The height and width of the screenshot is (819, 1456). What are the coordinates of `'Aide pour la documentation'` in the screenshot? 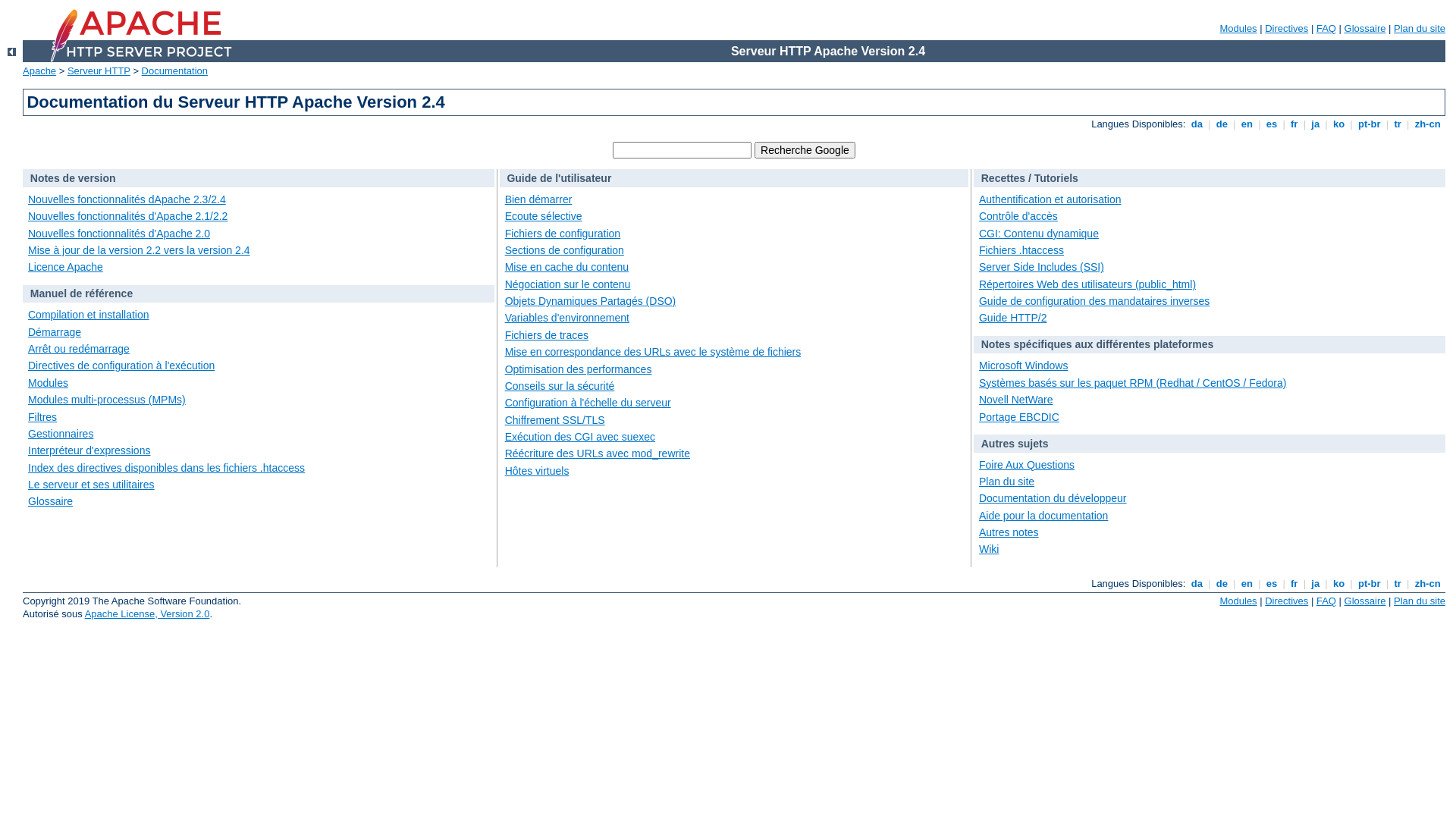 It's located at (1043, 514).